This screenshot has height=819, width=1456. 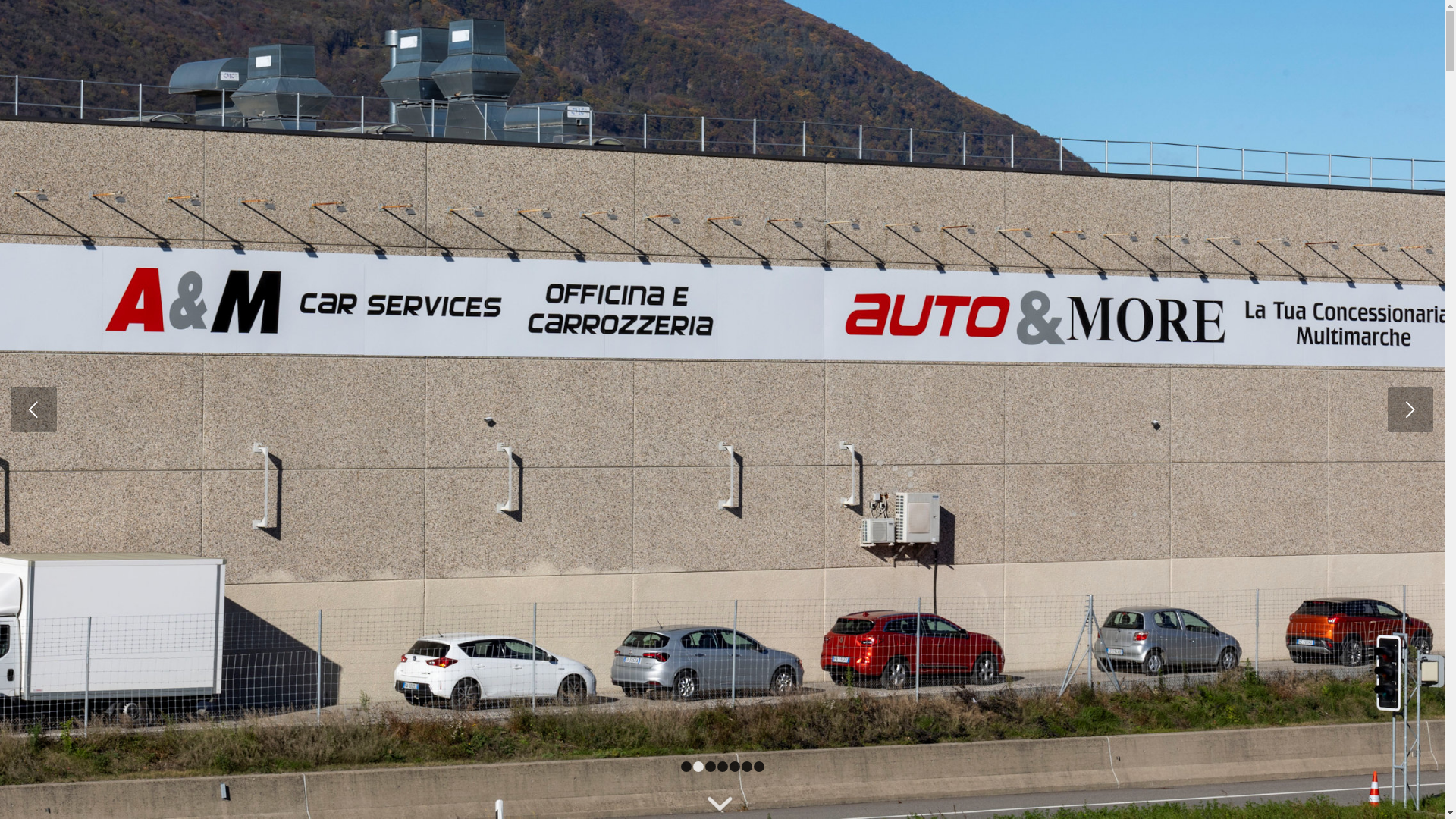 What do you see at coordinates (716, 766) in the screenshot?
I see `'4'` at bounding box center [716, 766].